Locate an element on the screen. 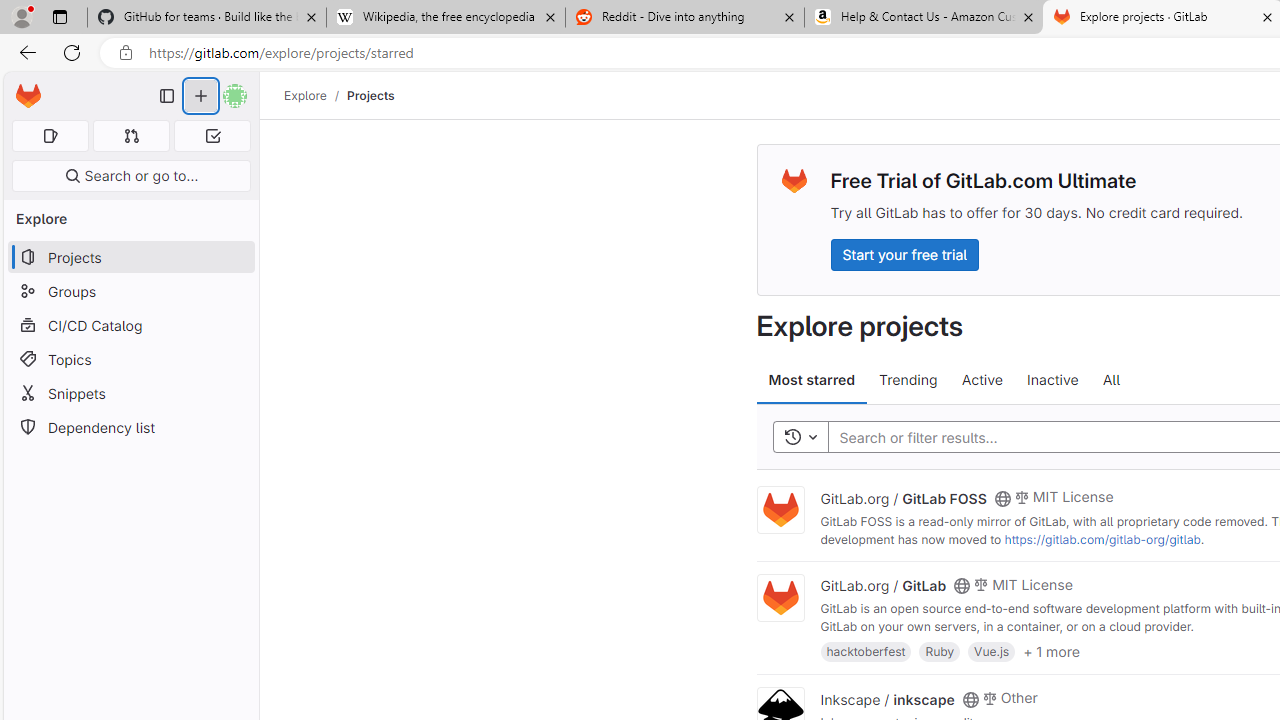  'GitLab.org / GitLab FOSS' is located at coordinates (902, 496).